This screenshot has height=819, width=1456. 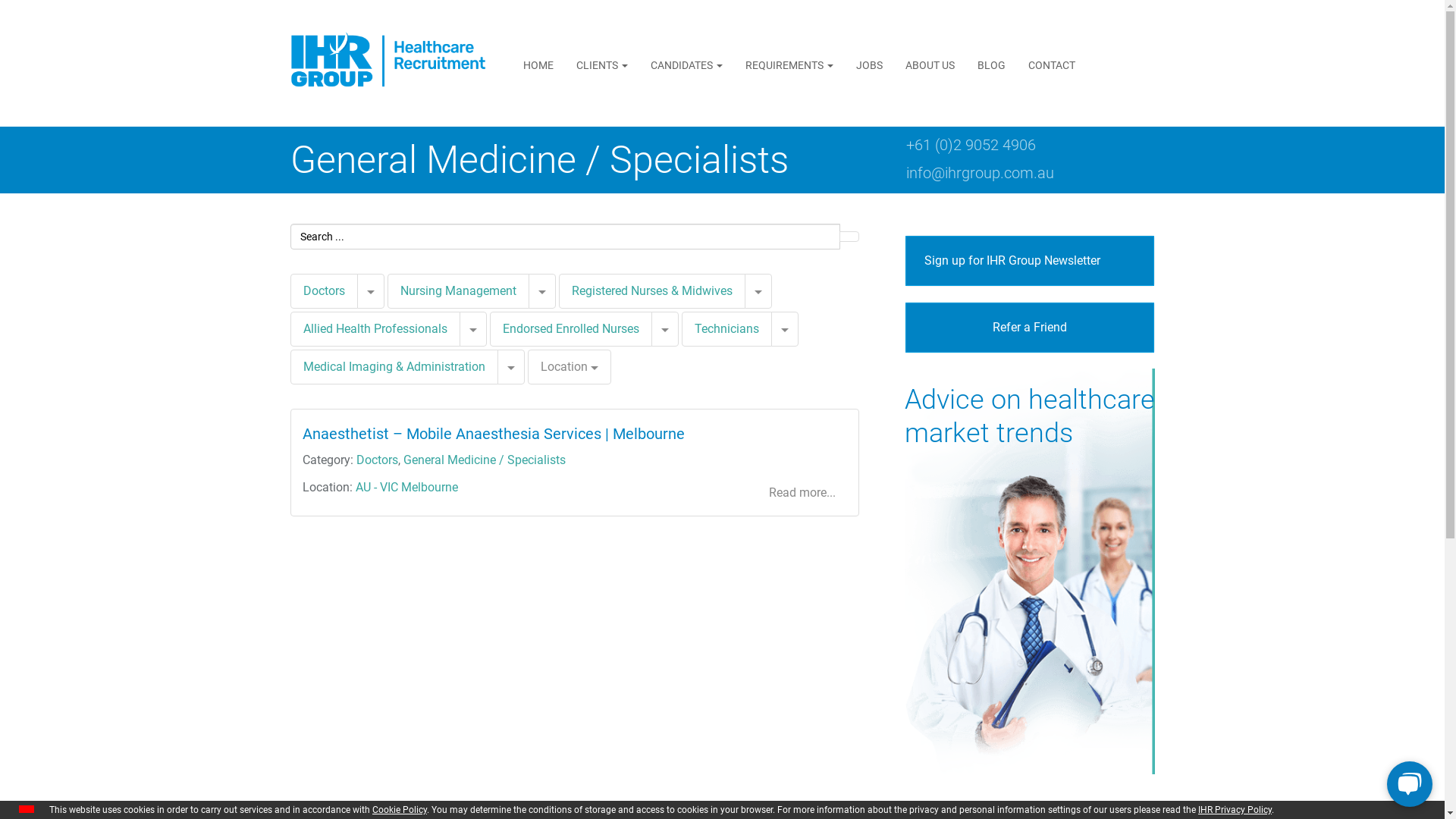 I want to click on 'Registered Nurses & Midwives', so click(x=557, y=291).